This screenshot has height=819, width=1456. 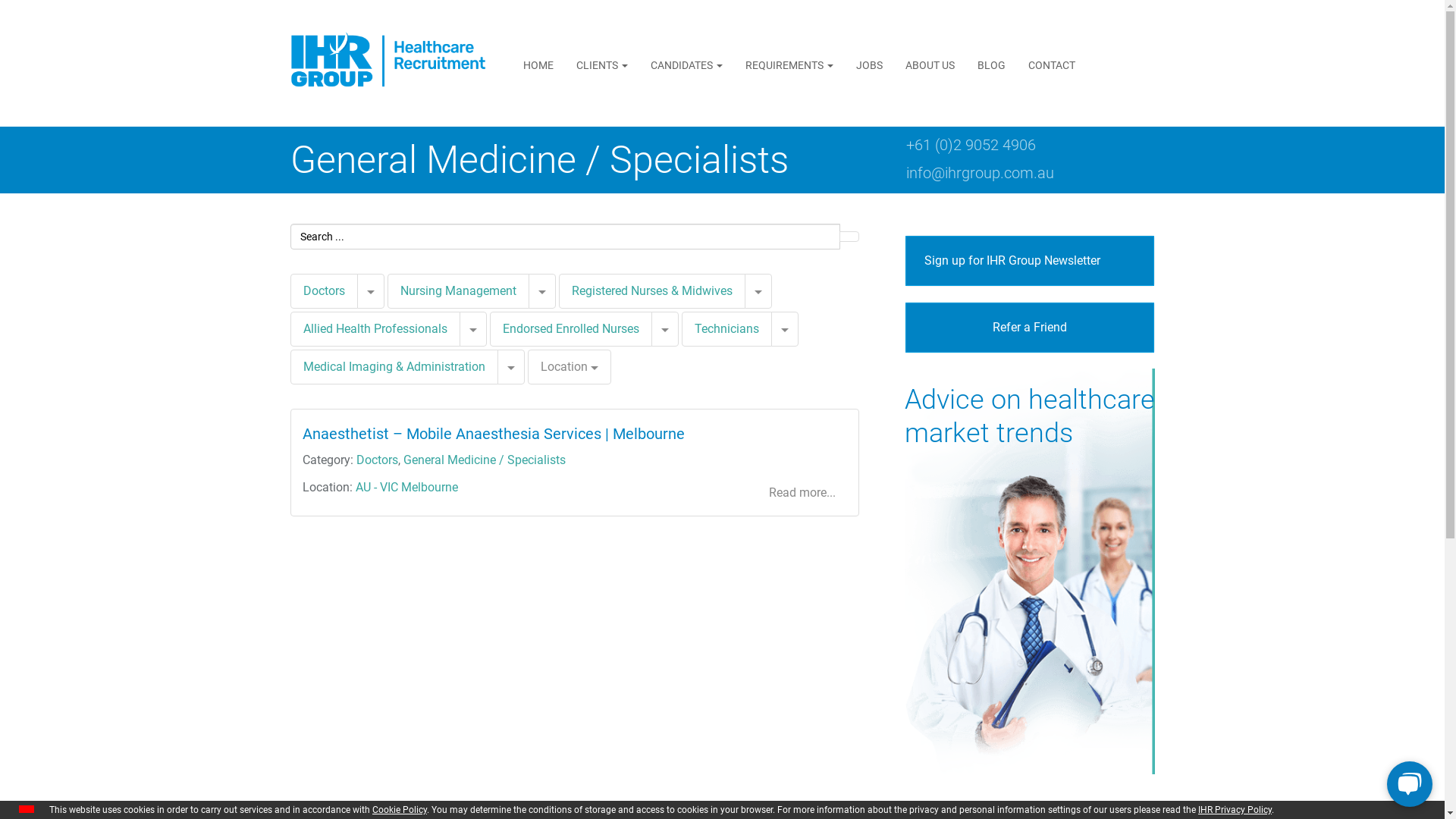 I want to click on 'Registered Nurses & Midwives', so click(x=557, y=291).